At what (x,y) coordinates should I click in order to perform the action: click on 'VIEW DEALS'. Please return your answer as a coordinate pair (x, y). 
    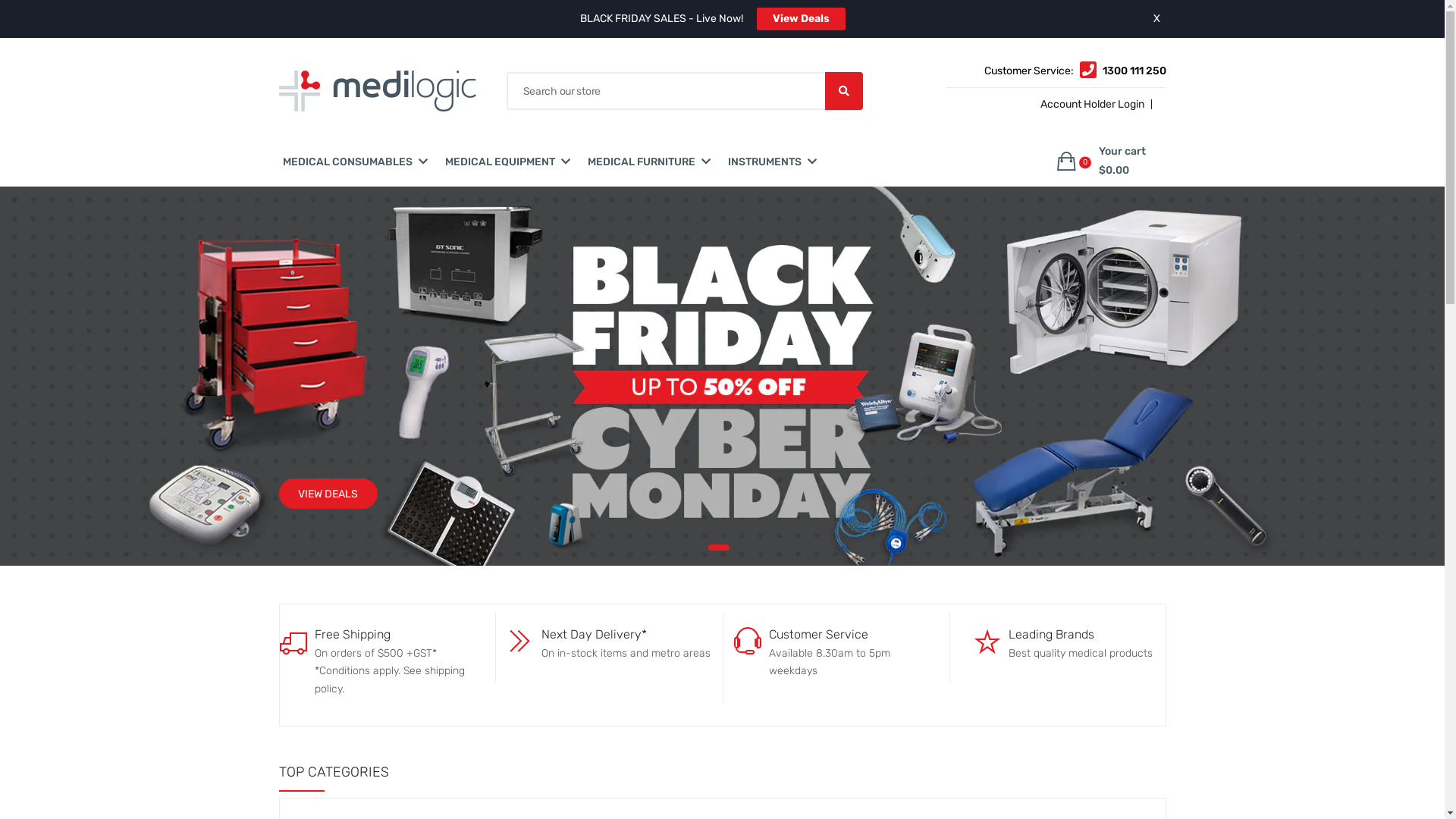
    Looking at the image, I should click on (327, 494).